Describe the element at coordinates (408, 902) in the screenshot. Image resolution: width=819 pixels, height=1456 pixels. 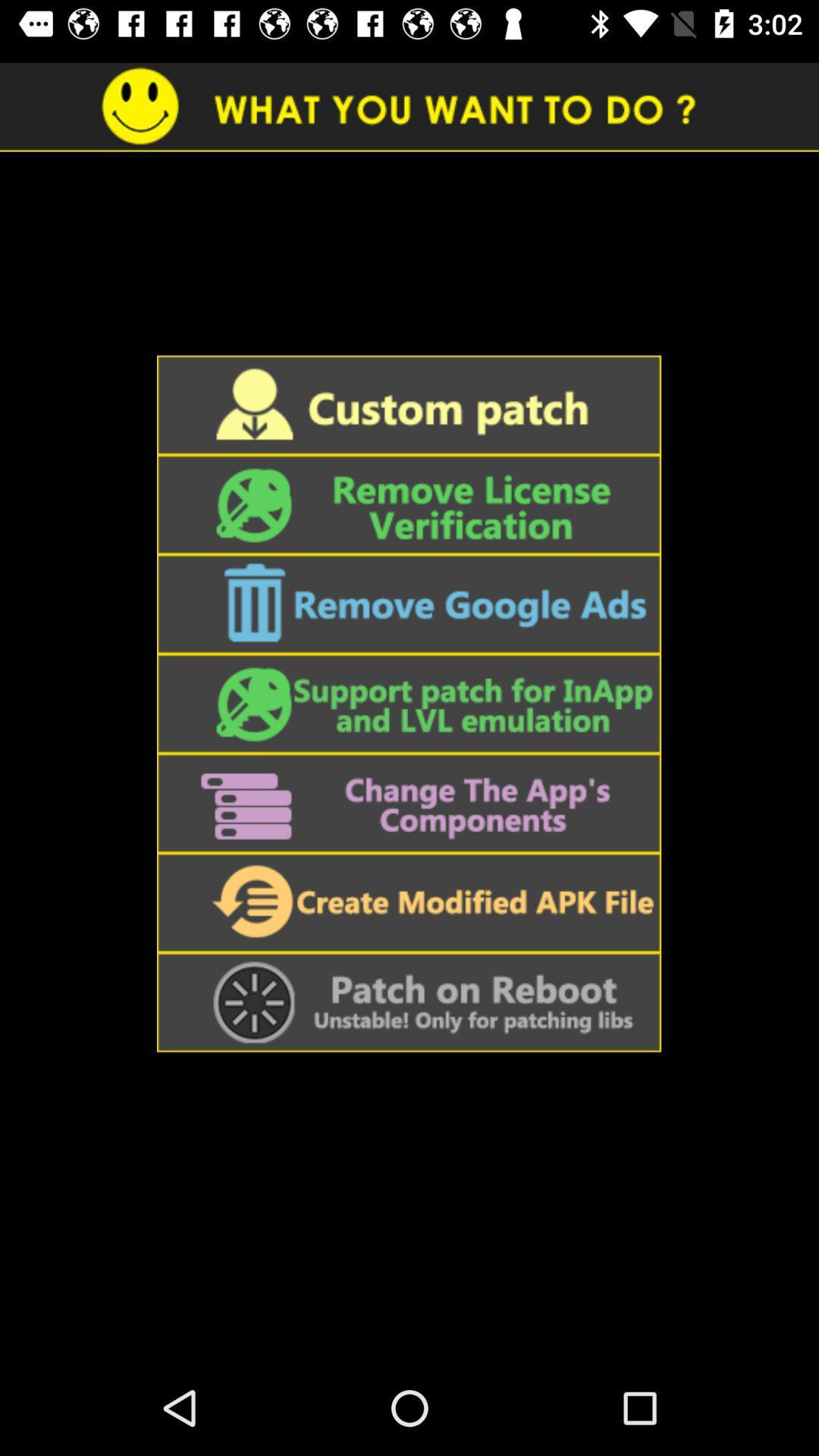
I see `click menu selection` at that location.